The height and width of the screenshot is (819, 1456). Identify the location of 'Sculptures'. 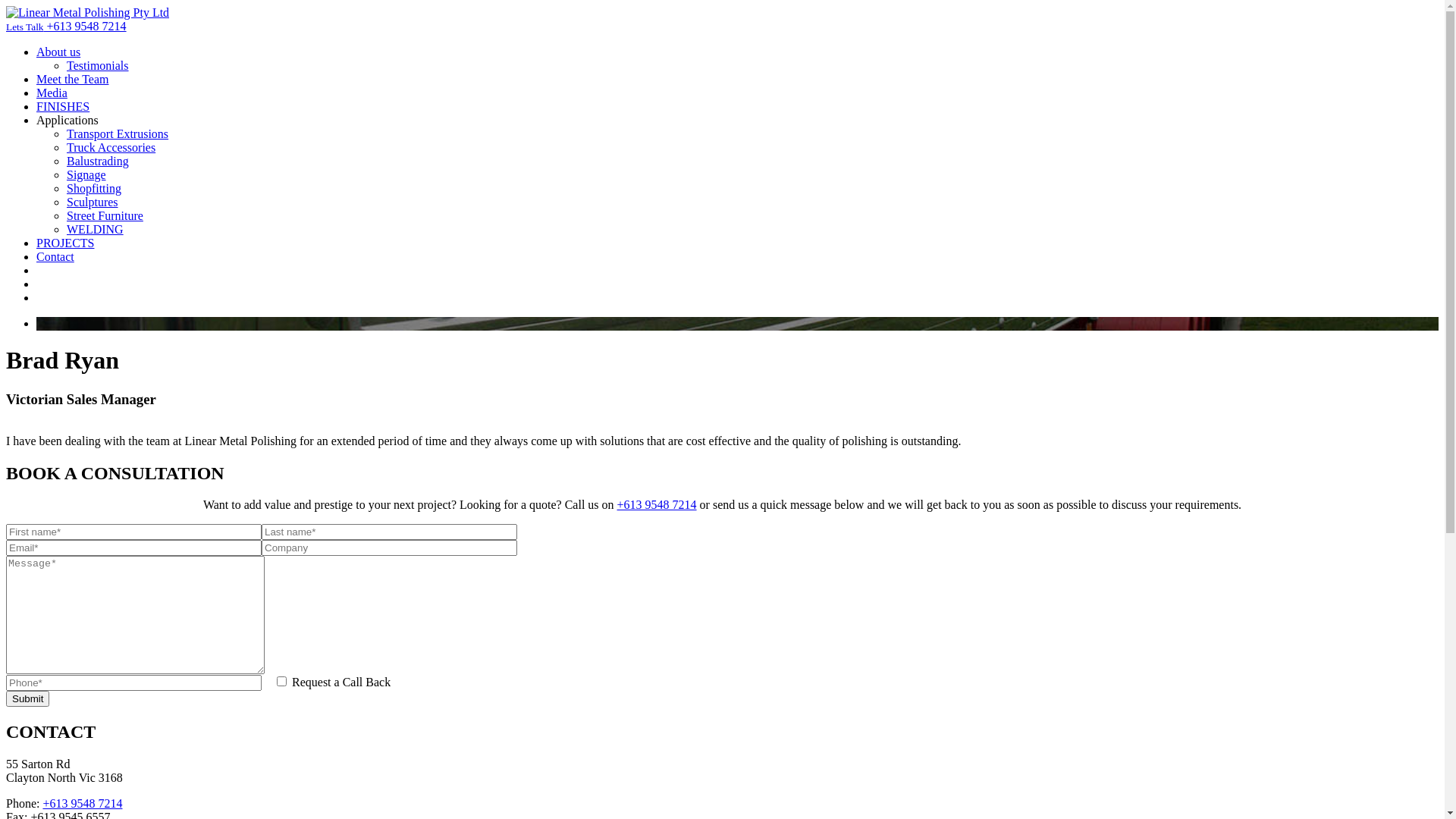
(91, 201).